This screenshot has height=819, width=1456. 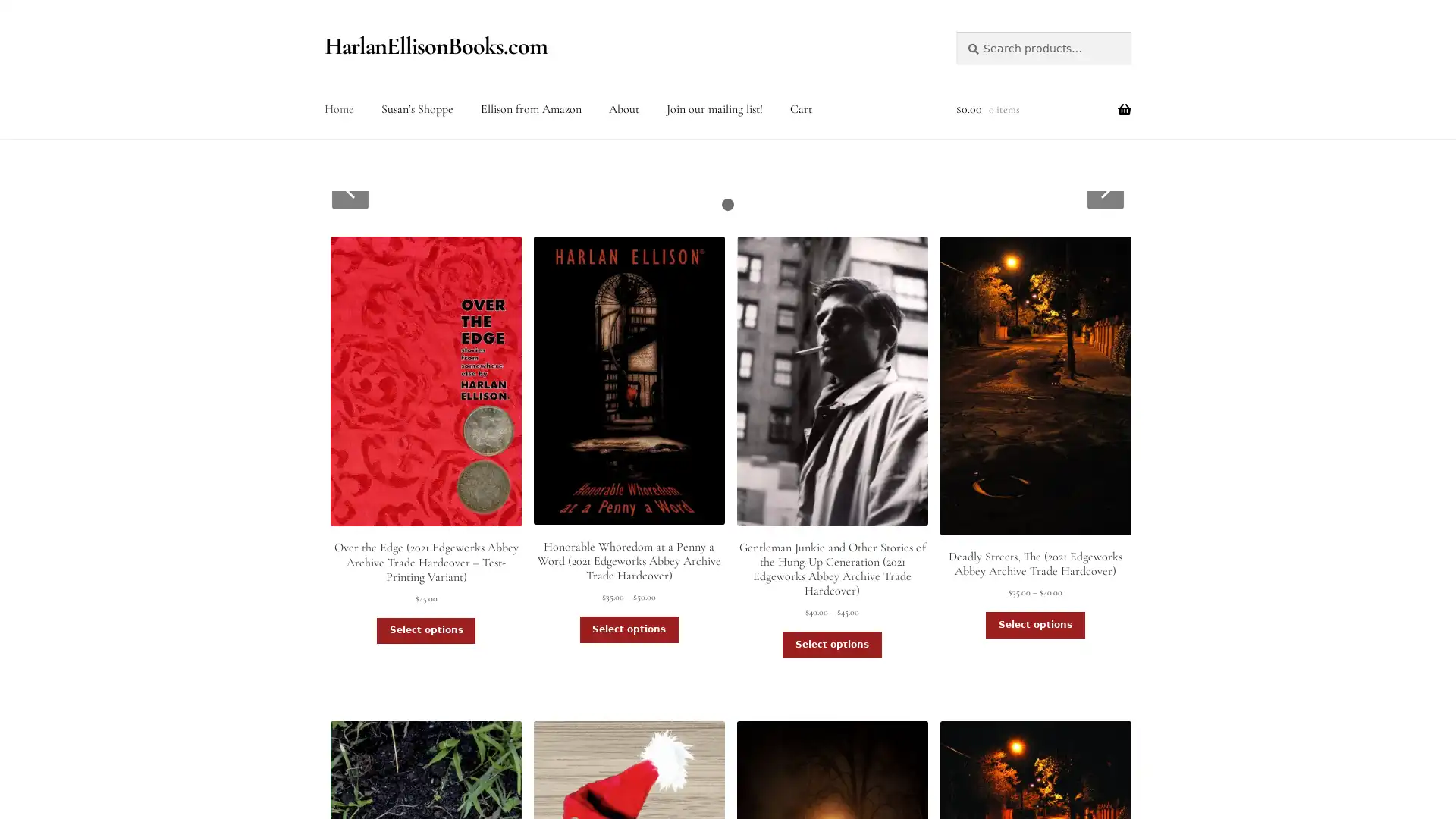 I want to click on Go to slide 1, so click(x=728, y=205).